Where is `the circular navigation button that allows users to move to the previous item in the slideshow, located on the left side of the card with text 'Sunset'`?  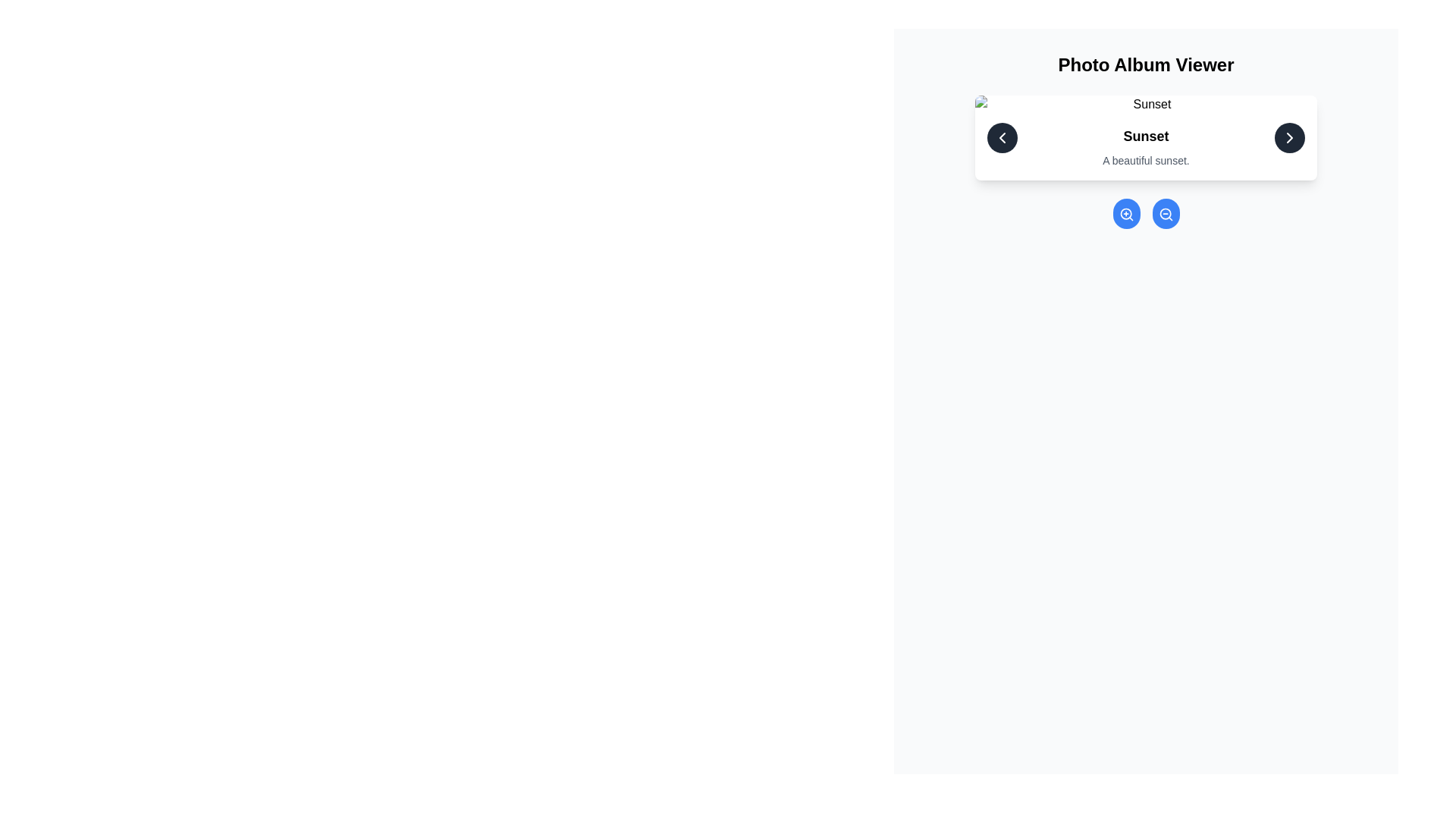
the circular navigation button that allows users to move to the previous item in the slideshow, located on the left side of the card with text 'Sunset' is located at coordinates (1003, 137).